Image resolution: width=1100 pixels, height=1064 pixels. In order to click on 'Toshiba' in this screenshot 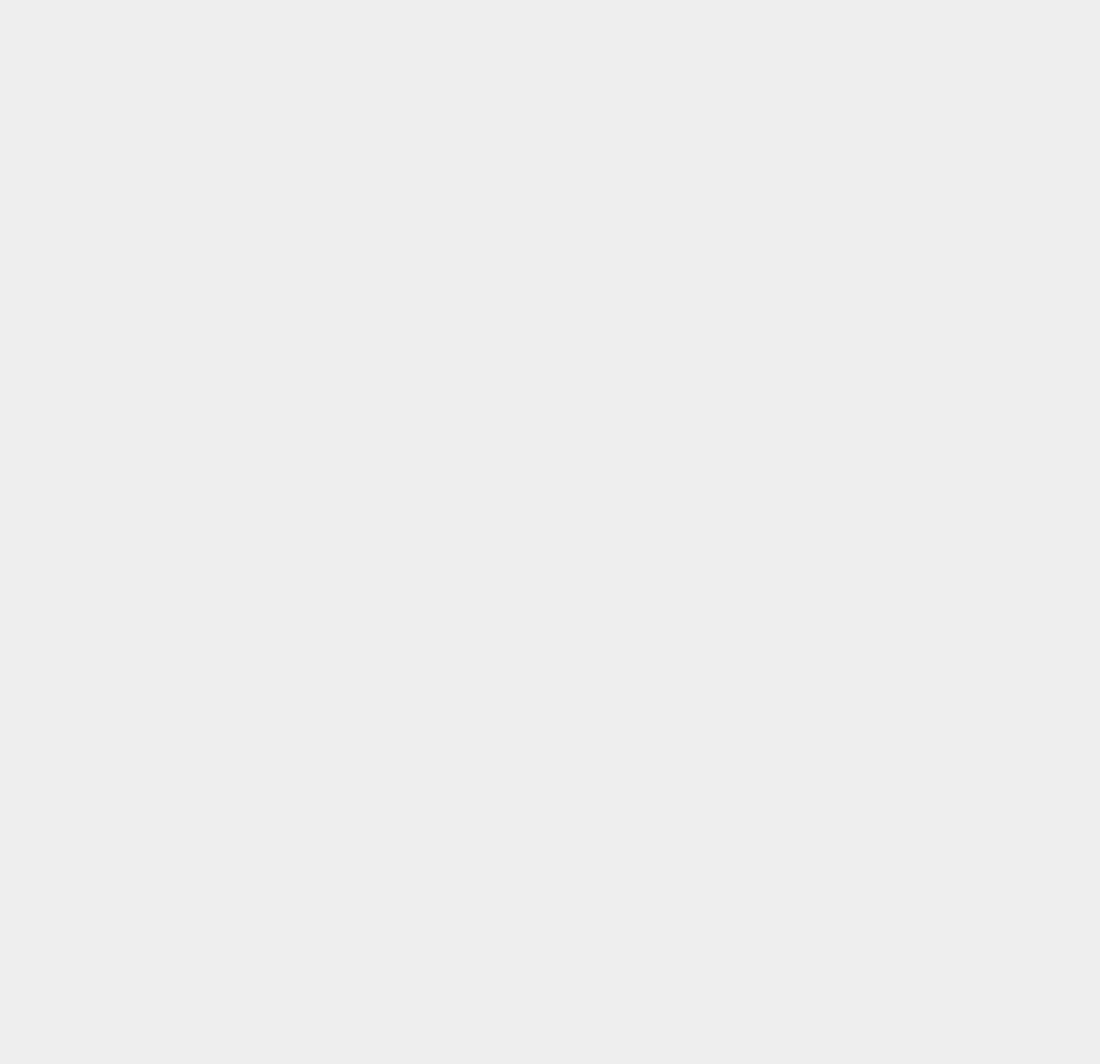, I will do `click(778, 824)`.